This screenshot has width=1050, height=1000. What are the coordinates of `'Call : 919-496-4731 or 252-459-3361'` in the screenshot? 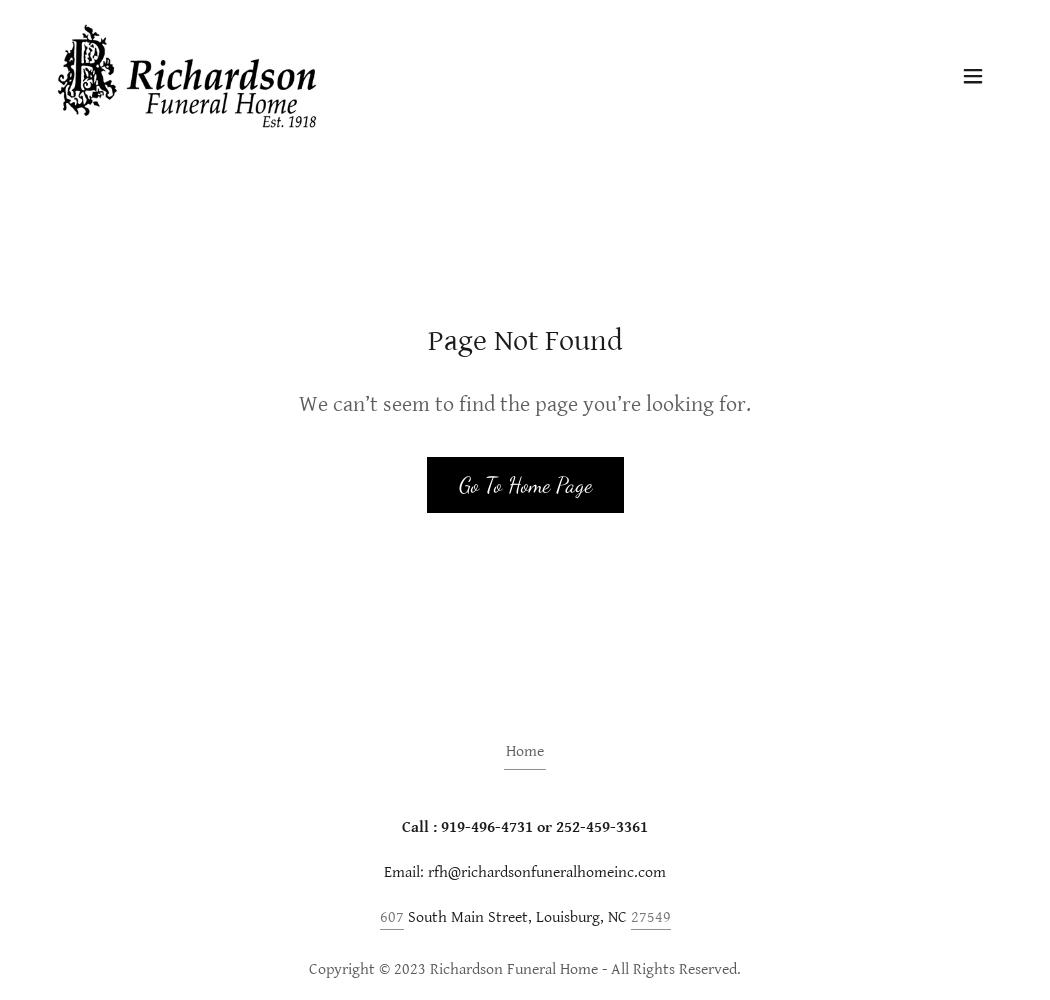 It's located at (525, 826).